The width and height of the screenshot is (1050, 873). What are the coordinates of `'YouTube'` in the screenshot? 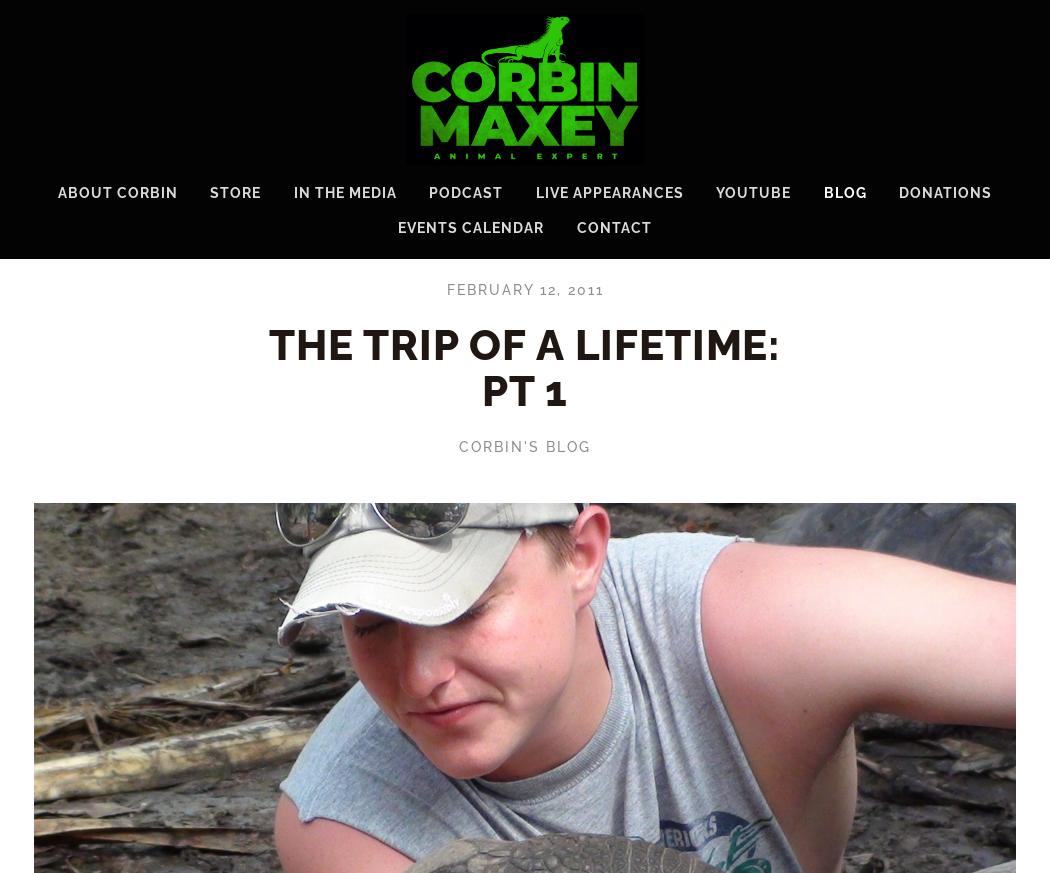 It's located at (753, 190).